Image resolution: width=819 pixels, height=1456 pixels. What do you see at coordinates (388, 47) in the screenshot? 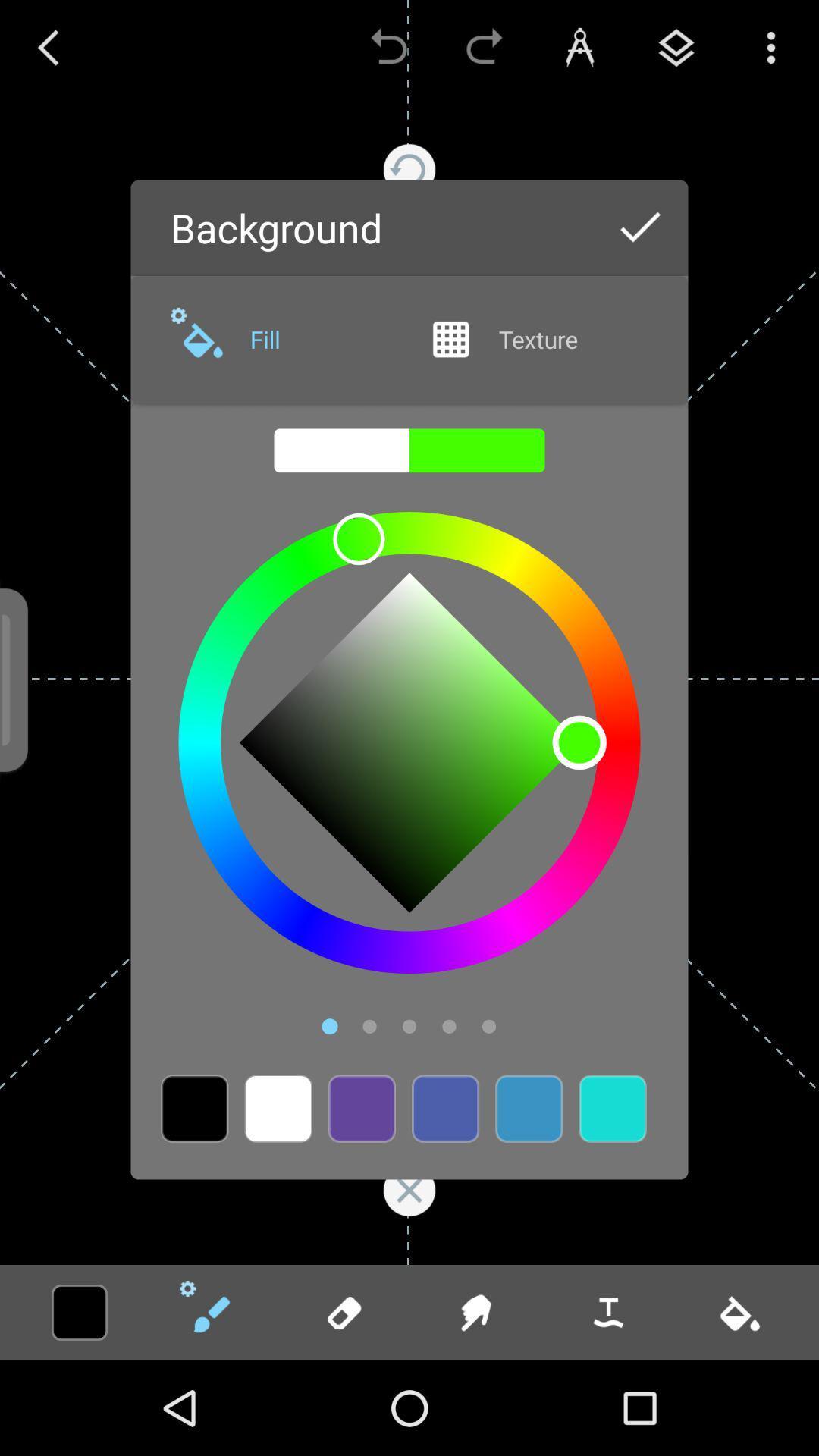
I see `the undo icon` at bounding box center [388, 47].